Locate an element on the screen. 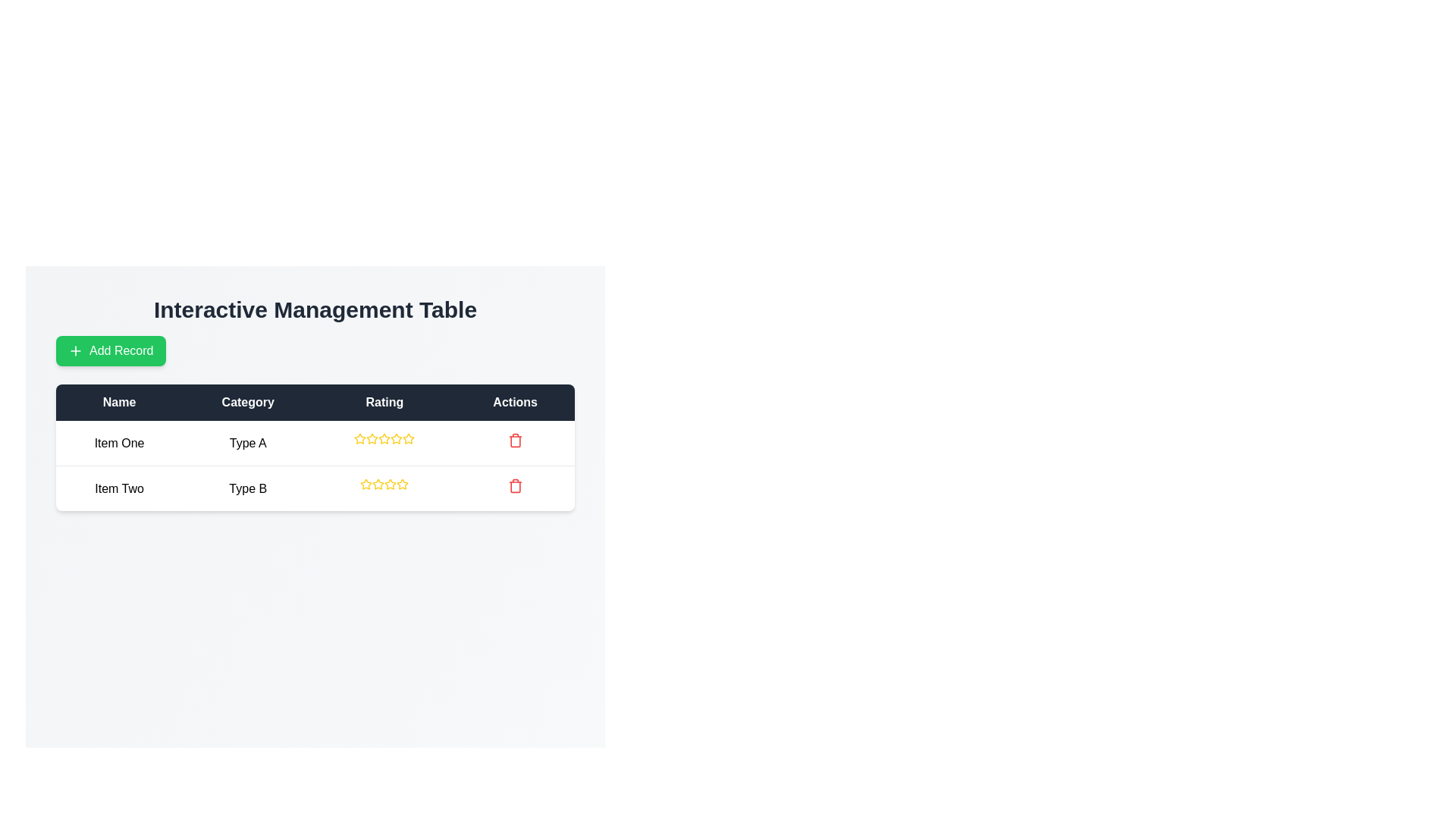  the fifth yellow star icon with a hollow center in the 'Rating' column of the first row to interact with the rating system is located at coordinates (397, 438).